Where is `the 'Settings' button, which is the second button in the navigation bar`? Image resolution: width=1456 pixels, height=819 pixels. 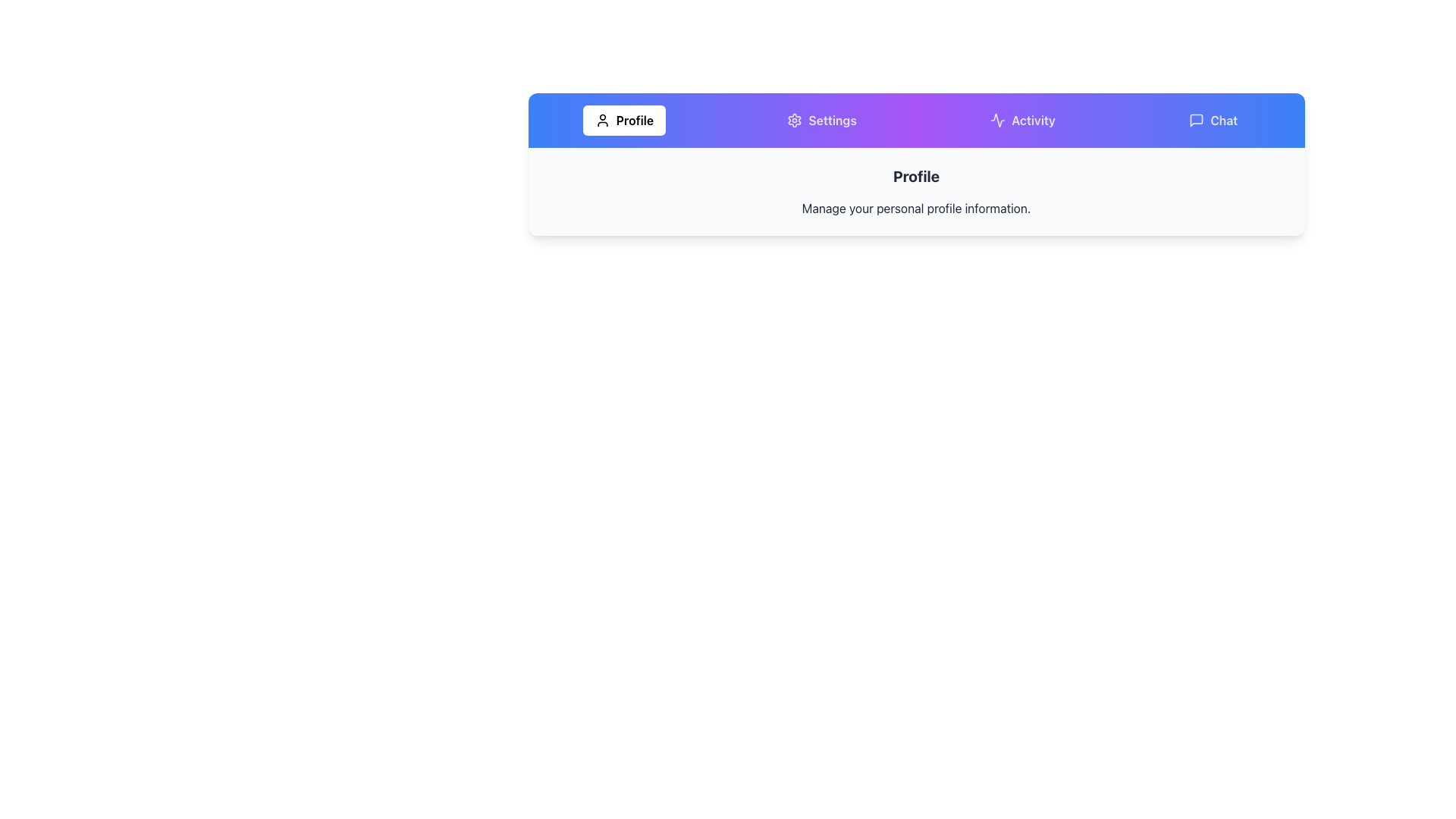 the 'Settings' button, which is the second button in the navigation bar is located at coordinates (821, 119).